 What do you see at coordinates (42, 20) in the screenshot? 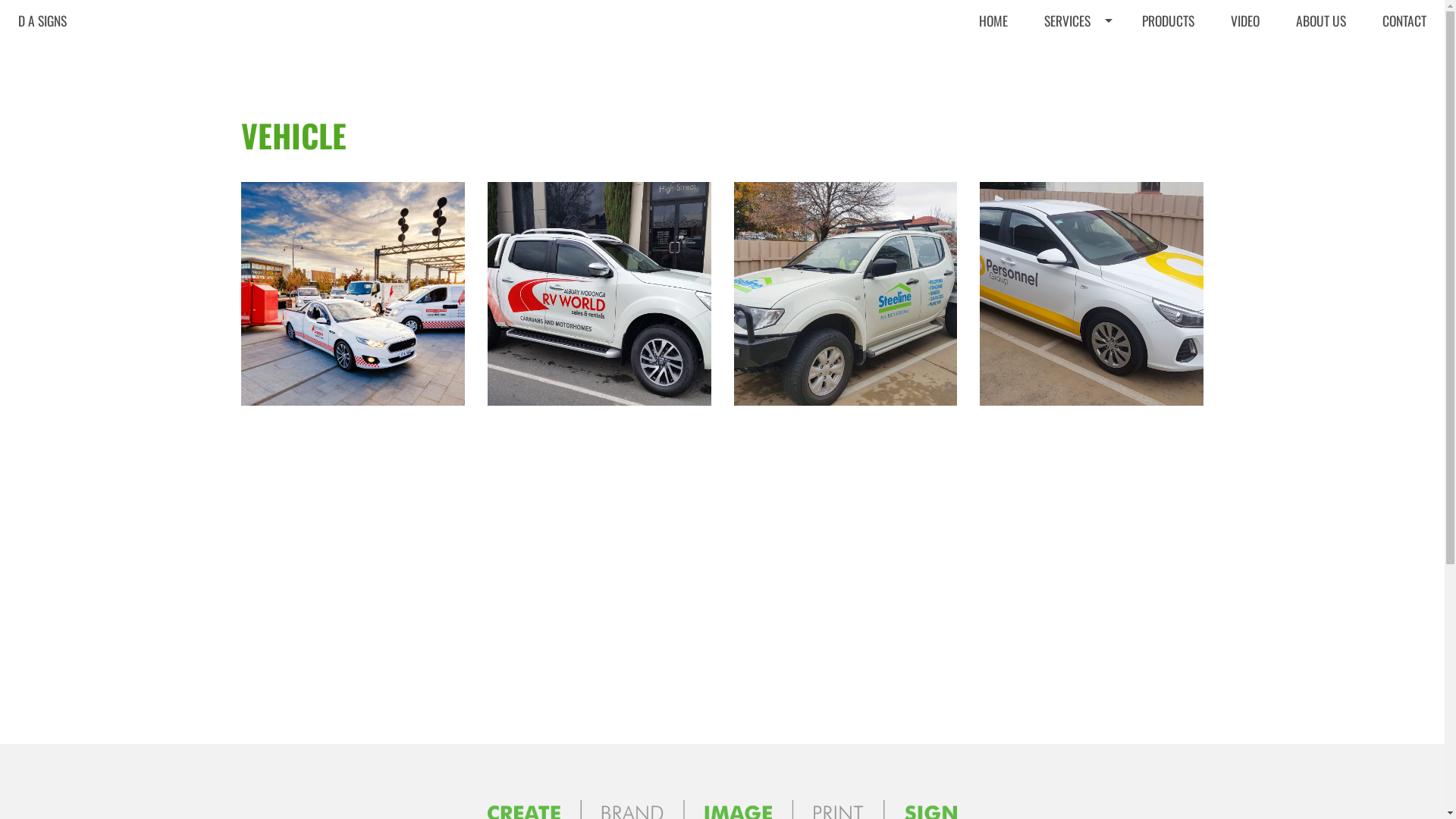
I see `'D A SIGNS'` at bounding box center [42, 20].